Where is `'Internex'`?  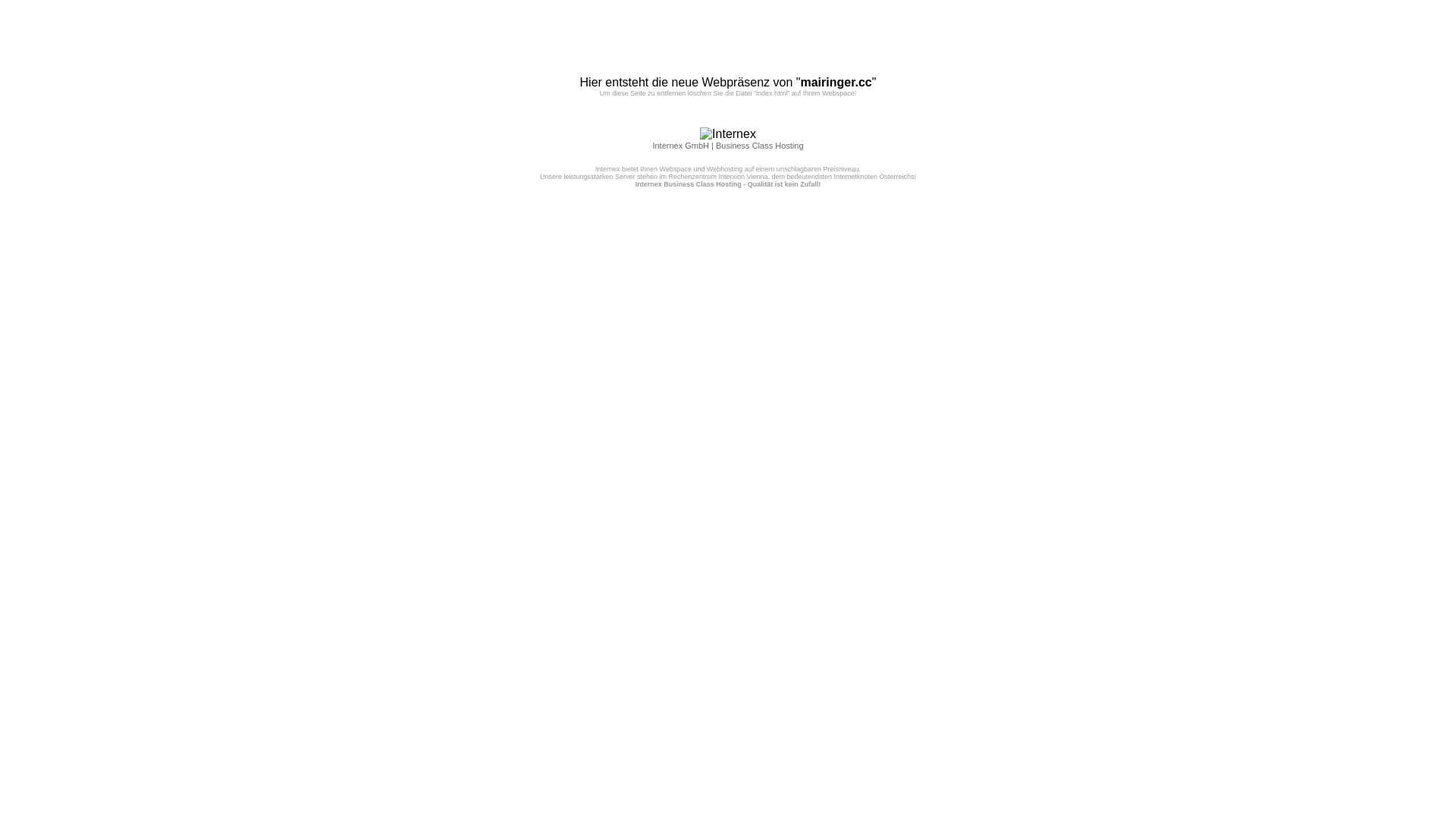
'Internex' is located at coordinates (728, 133).